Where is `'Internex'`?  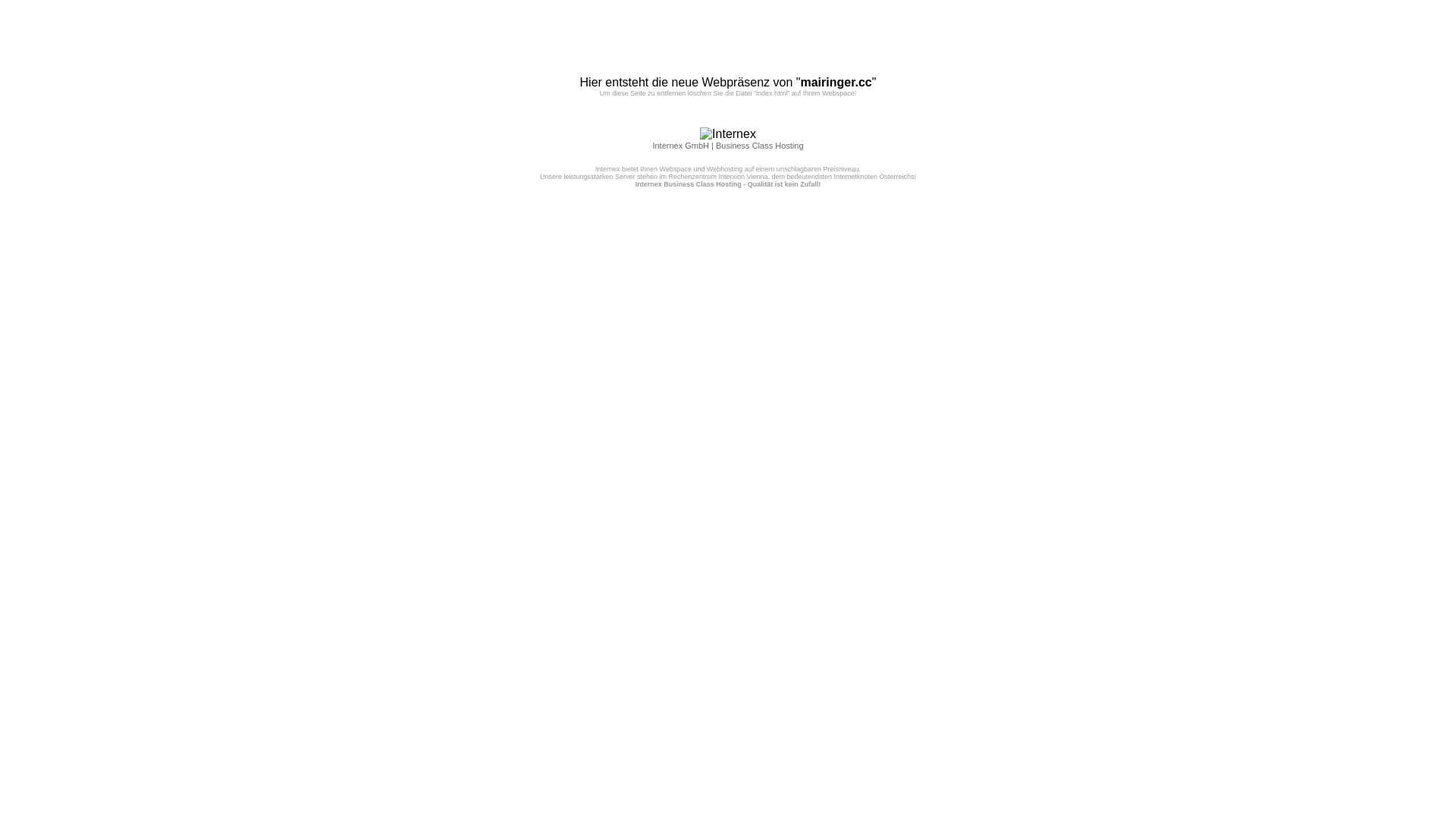
'Internex' is located at coordinates (728, 133).